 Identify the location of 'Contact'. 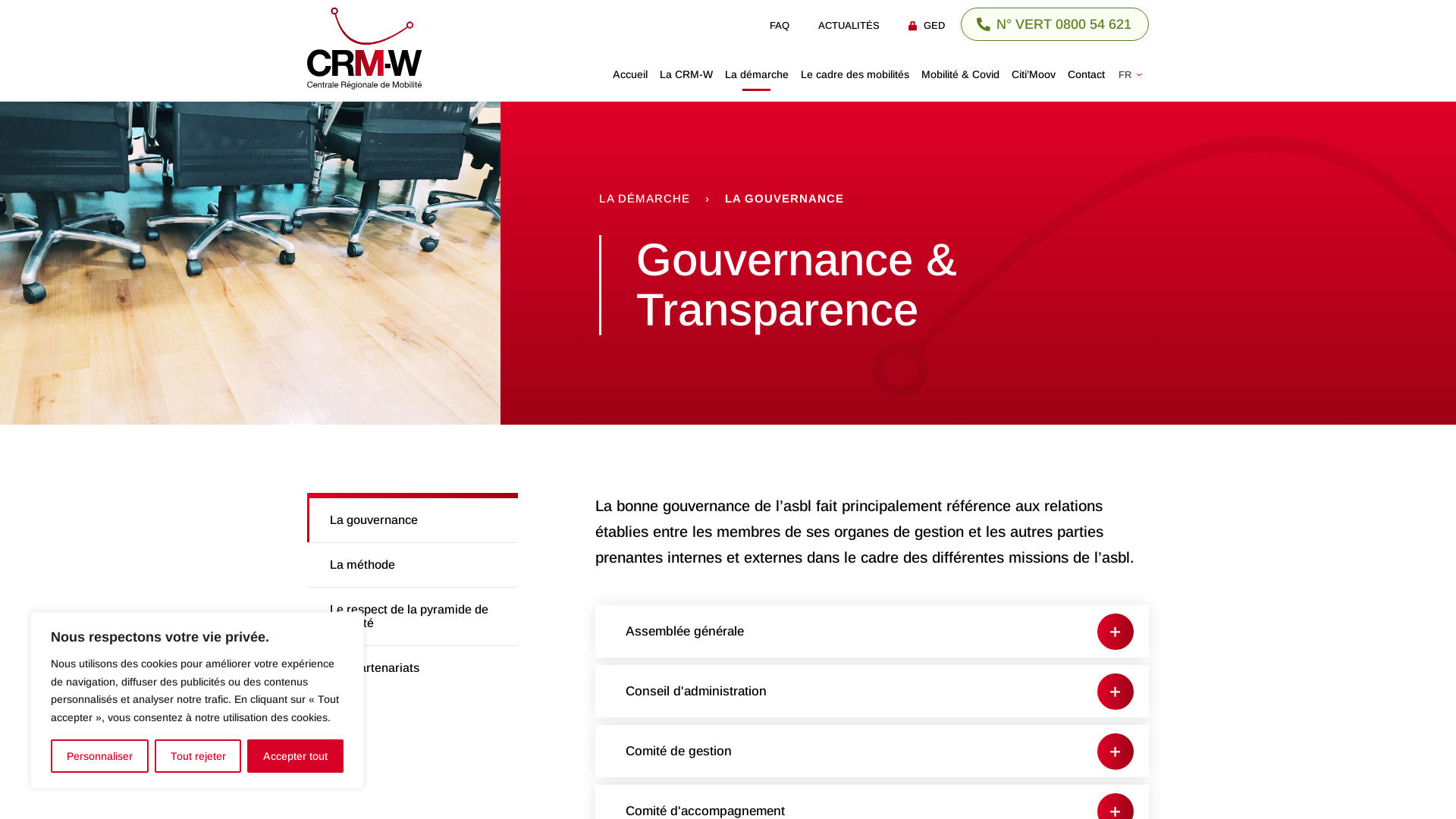
(1085, 74).